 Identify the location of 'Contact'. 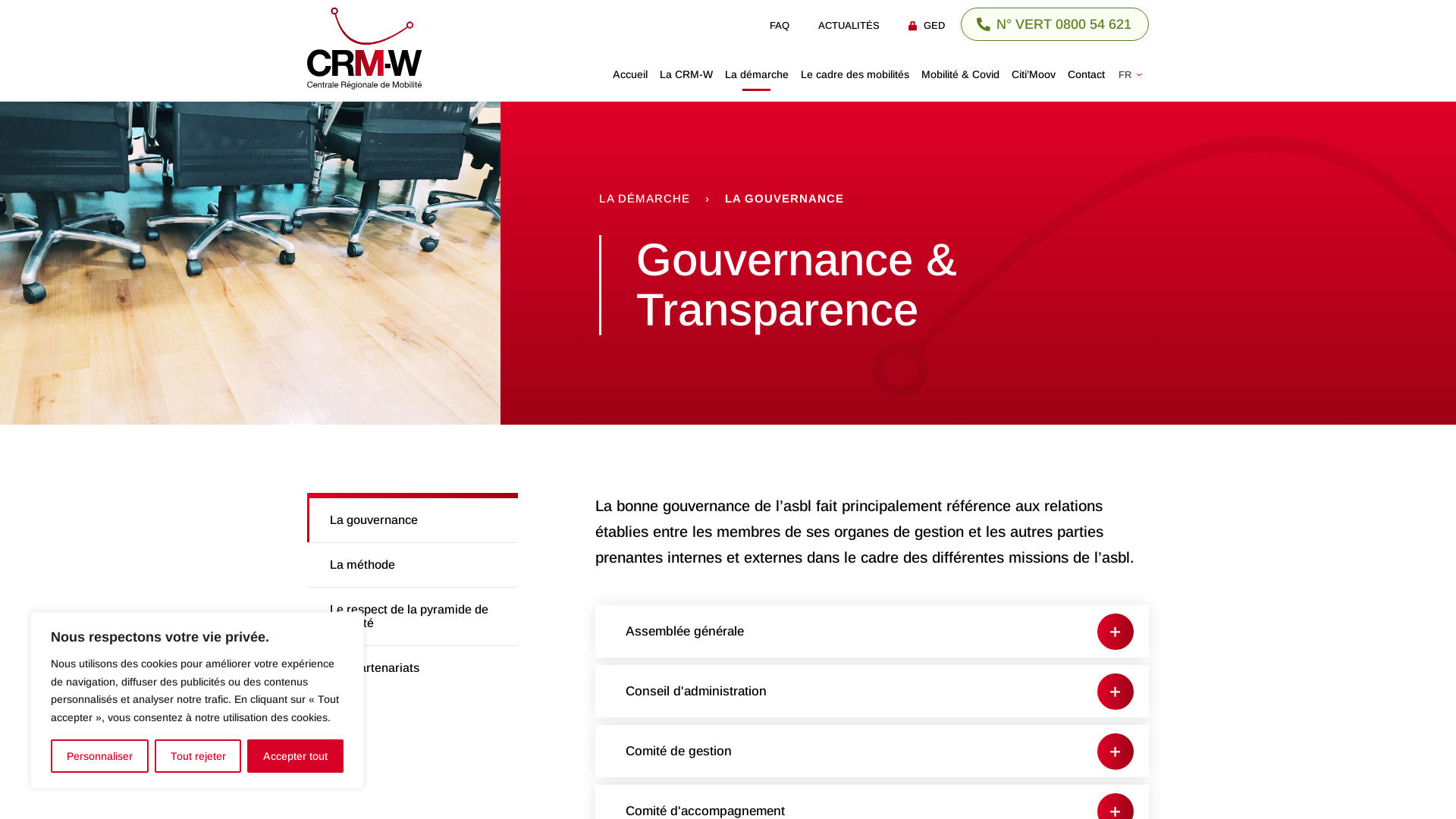
(1085, 74).